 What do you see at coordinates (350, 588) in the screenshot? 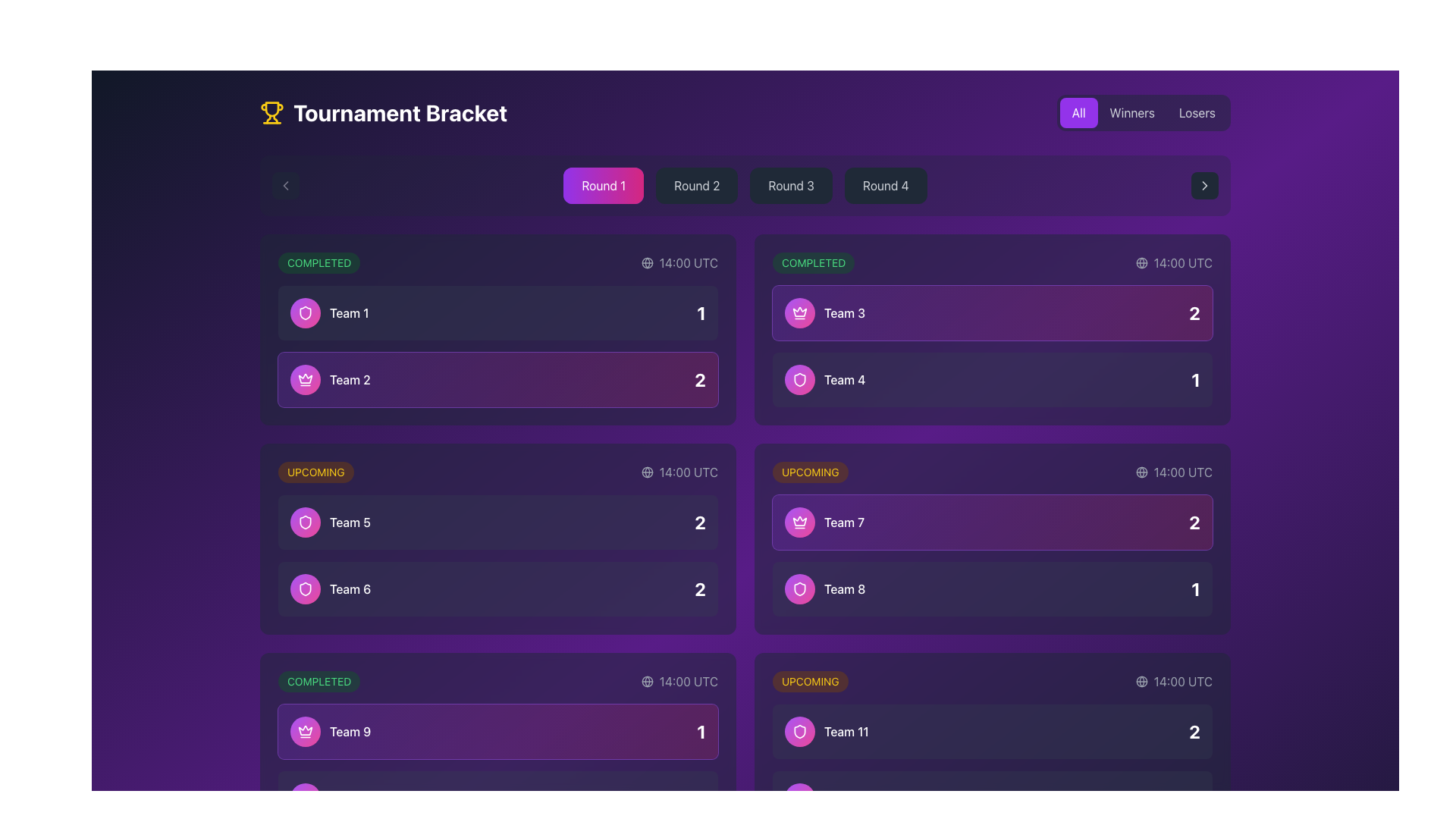
I see `the static text label displaying 'Team 6' in bold white font, located at the far right of its horizontally aligned group next to a circular icon and an SVG shield icon within the 'UPCOMING' section` at bounding box center [350, 588].